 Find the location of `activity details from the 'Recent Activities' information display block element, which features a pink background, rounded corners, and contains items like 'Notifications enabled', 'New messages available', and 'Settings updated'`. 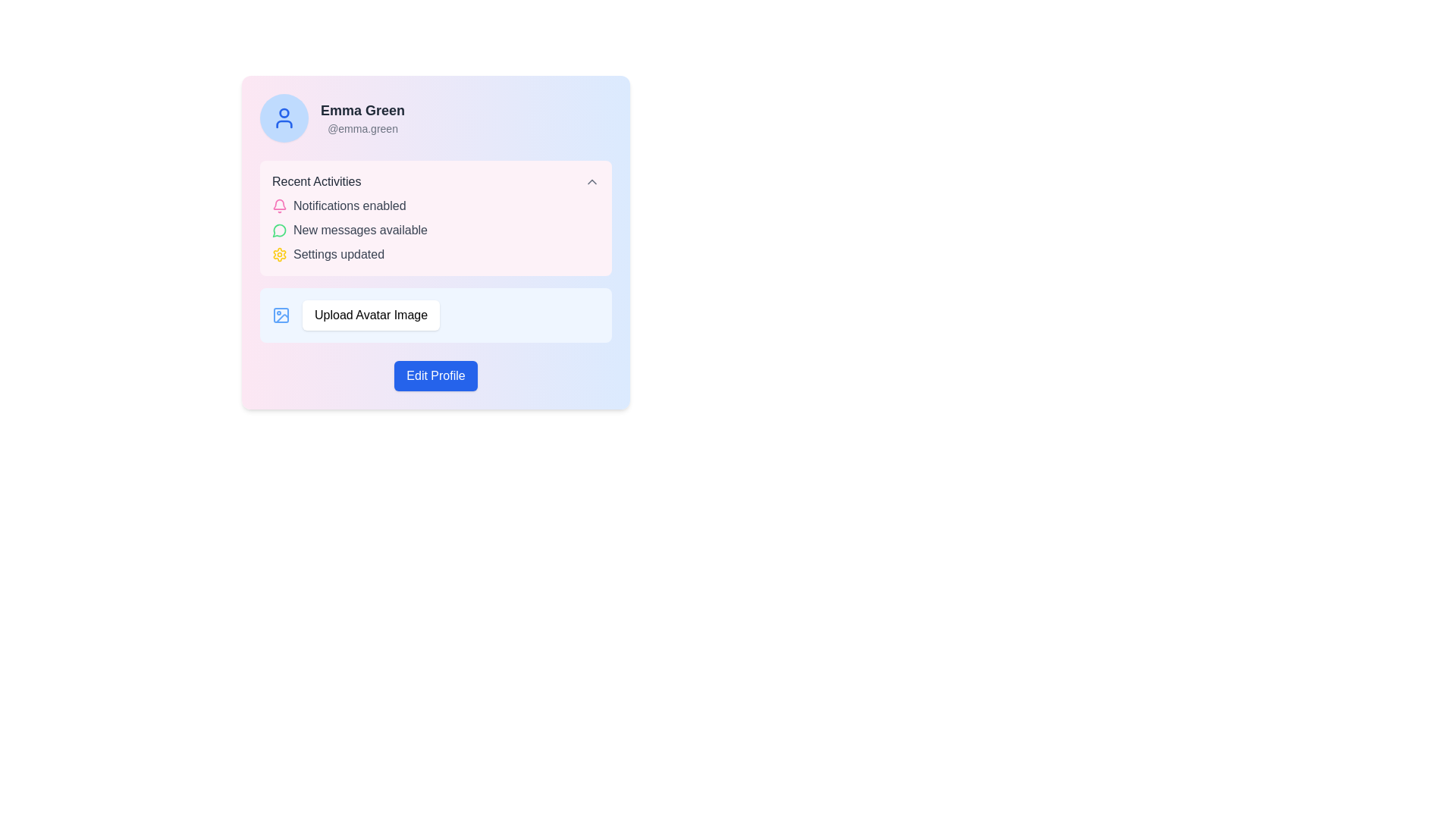

activity details from the 'Recent Activities' information display block element, which features a pink background, rounded corners, and contains items like 'Notifications enabled', 'New messages available', and 'Settings updated' is located at coordinates (435, 250).